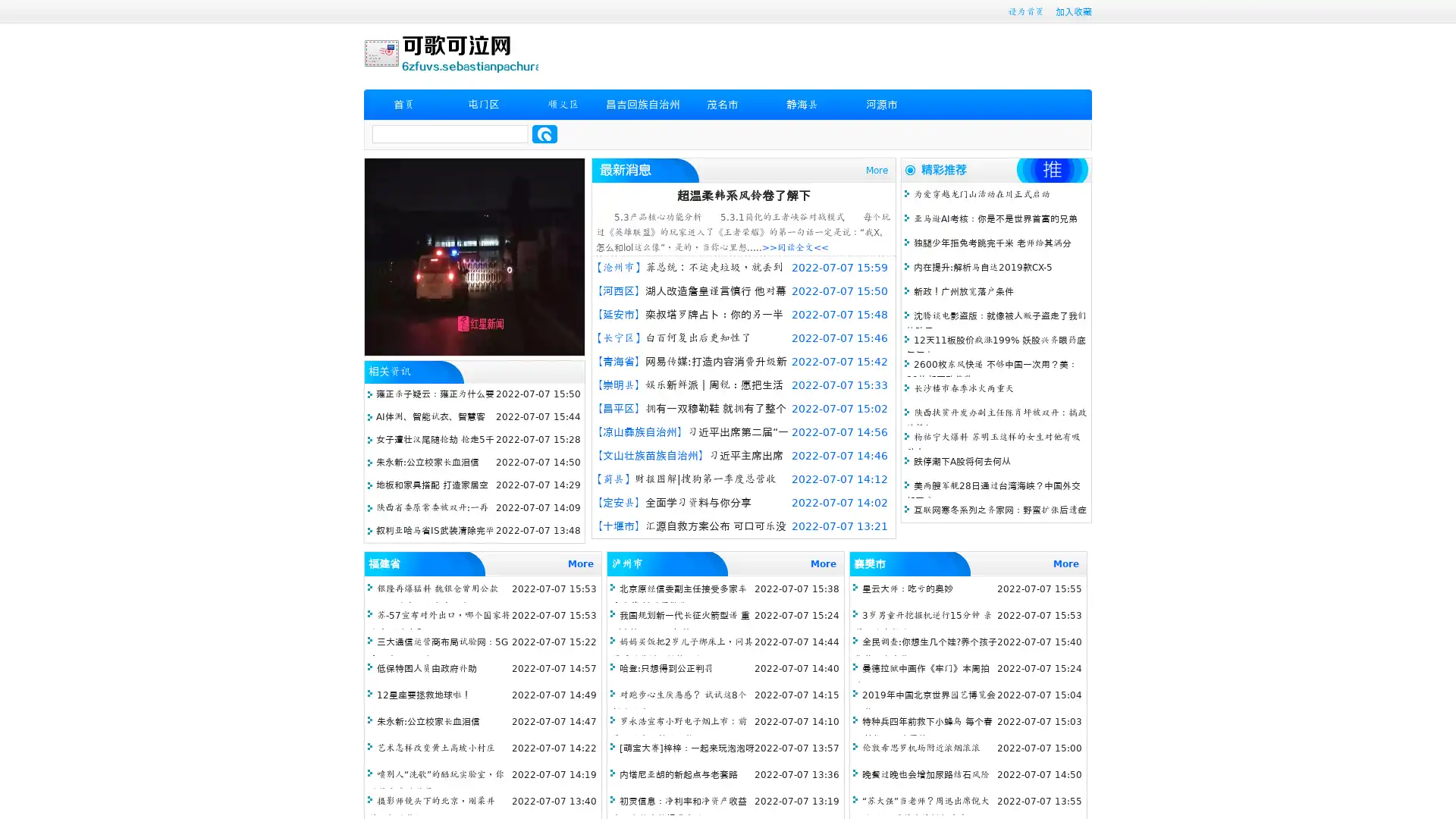 The height and width of the screenshot is (819, 1456). I want to click on Search, so click(544, 133).